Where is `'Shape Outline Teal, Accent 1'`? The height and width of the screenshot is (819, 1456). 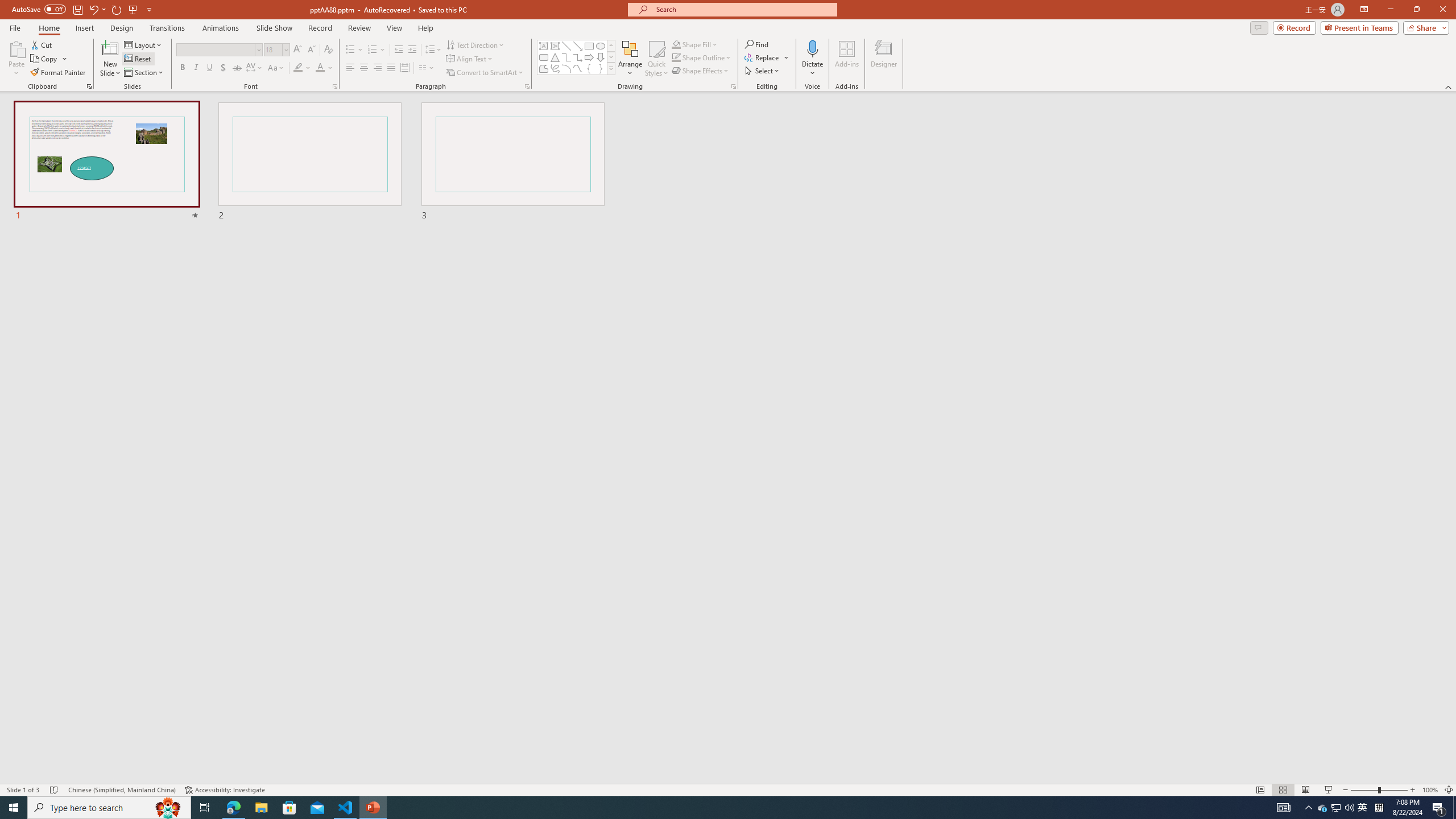 'Shape Outline Teal, Accent 1' is located at coordinates (676, 56).